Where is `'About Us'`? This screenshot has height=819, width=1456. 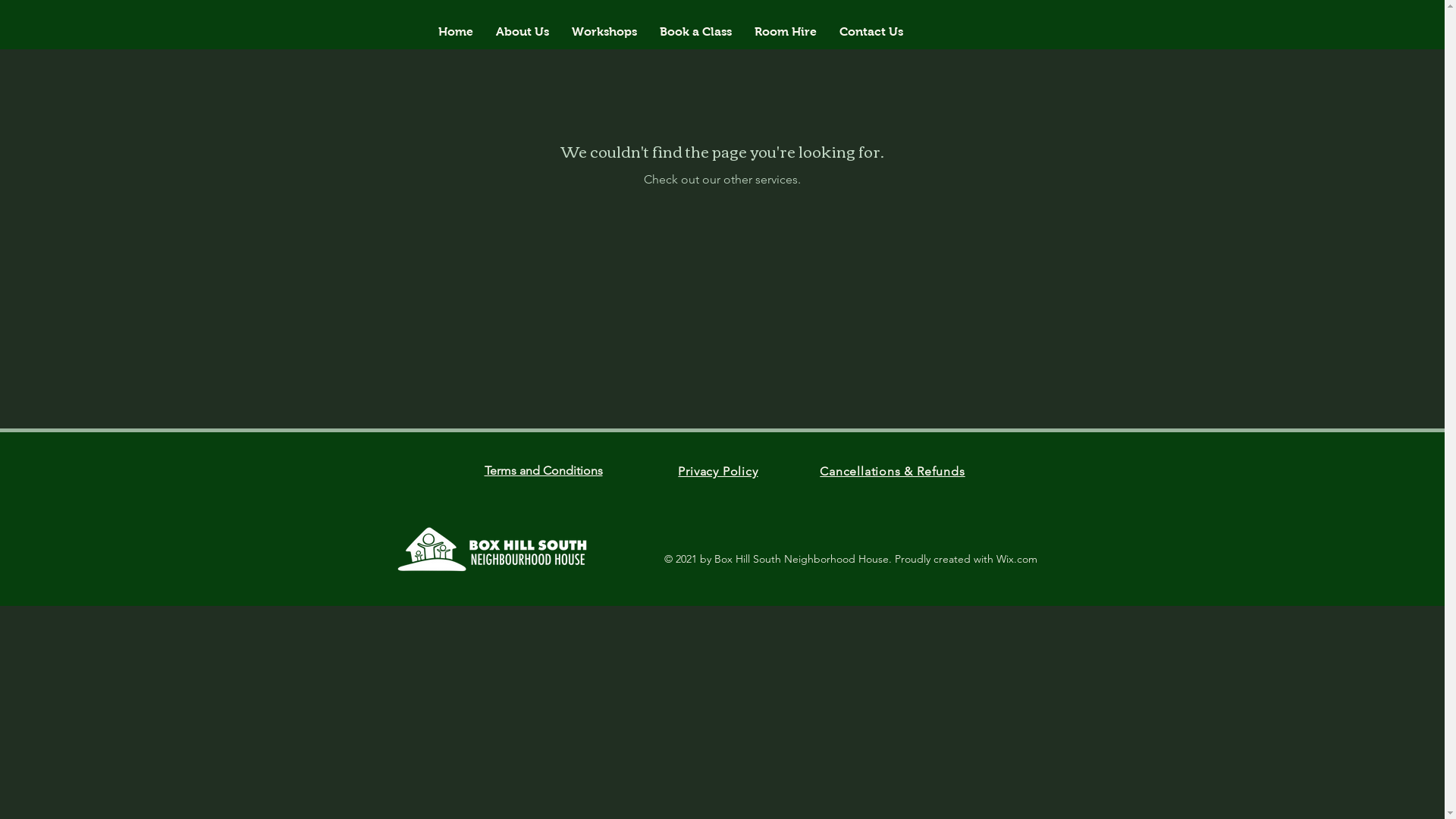
'About Us' is located at coordinates (522, 32).